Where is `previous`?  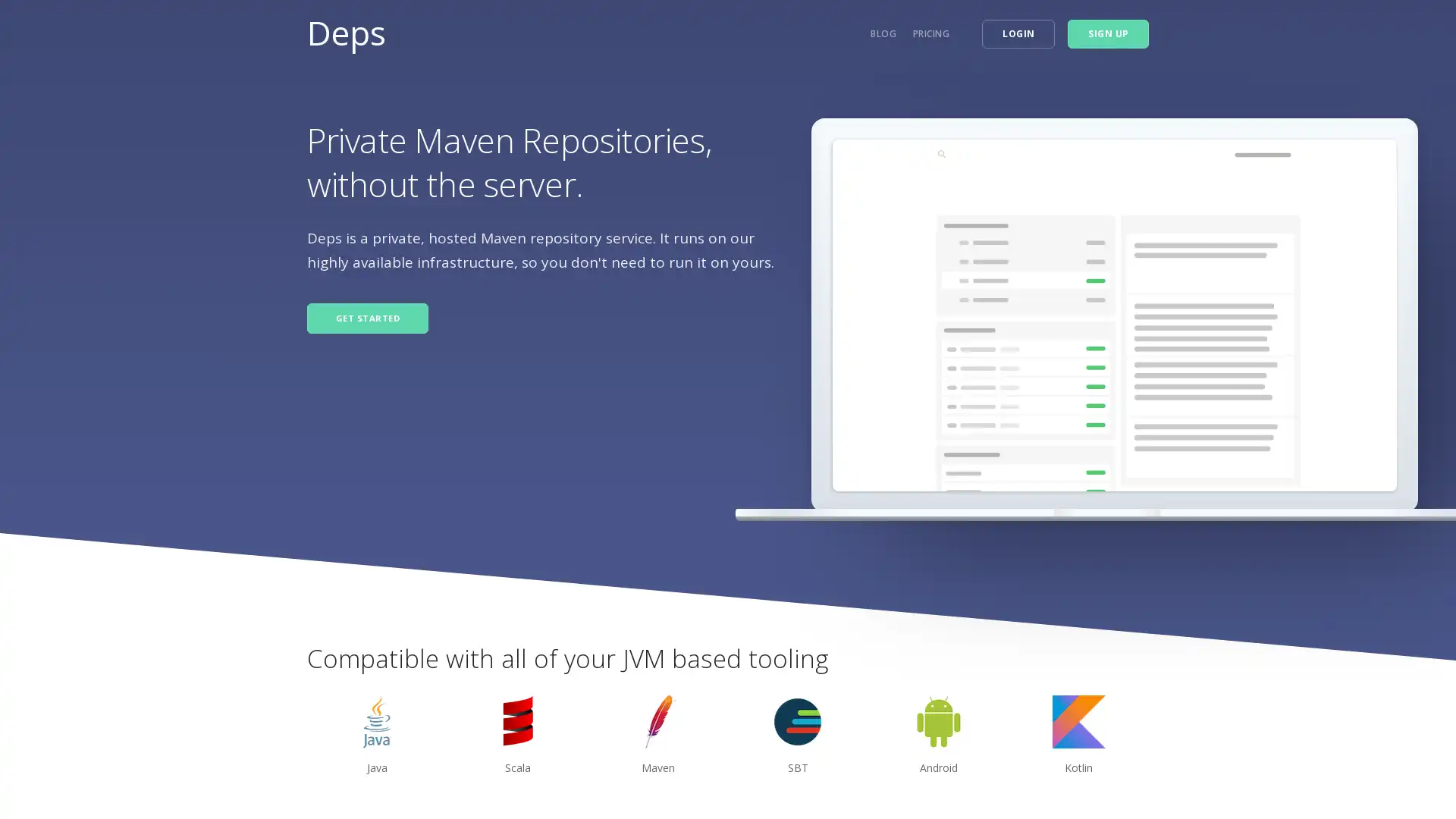 previous is located at coordinates (321, 736).